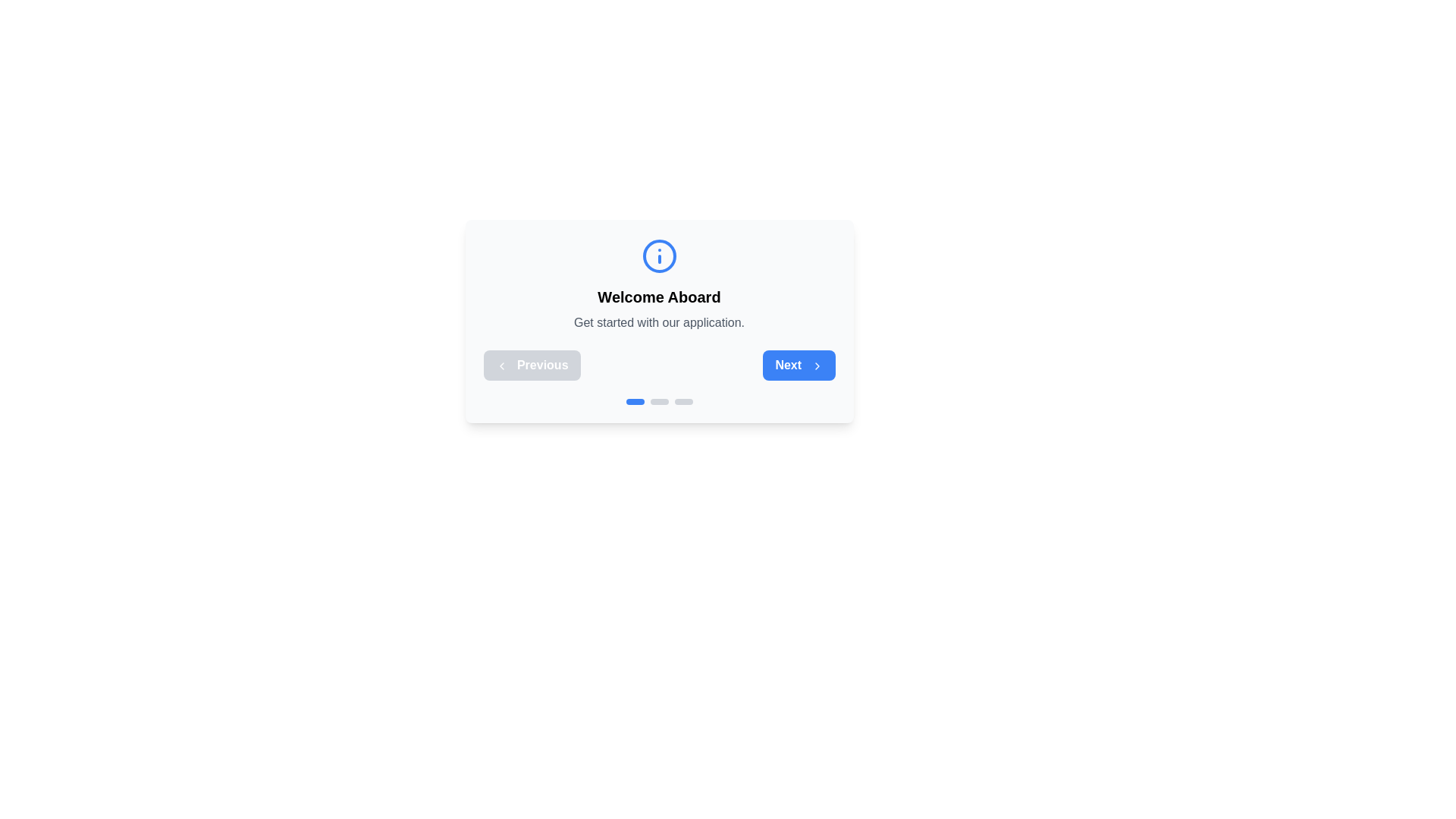 This screenshot has width=1456, height=819. Describe the element at coordinates (635, 400) in the screenshot. I see `the first blue rectangular indicator with rounded edges located below the text 'Get started with our application.'` at that location.